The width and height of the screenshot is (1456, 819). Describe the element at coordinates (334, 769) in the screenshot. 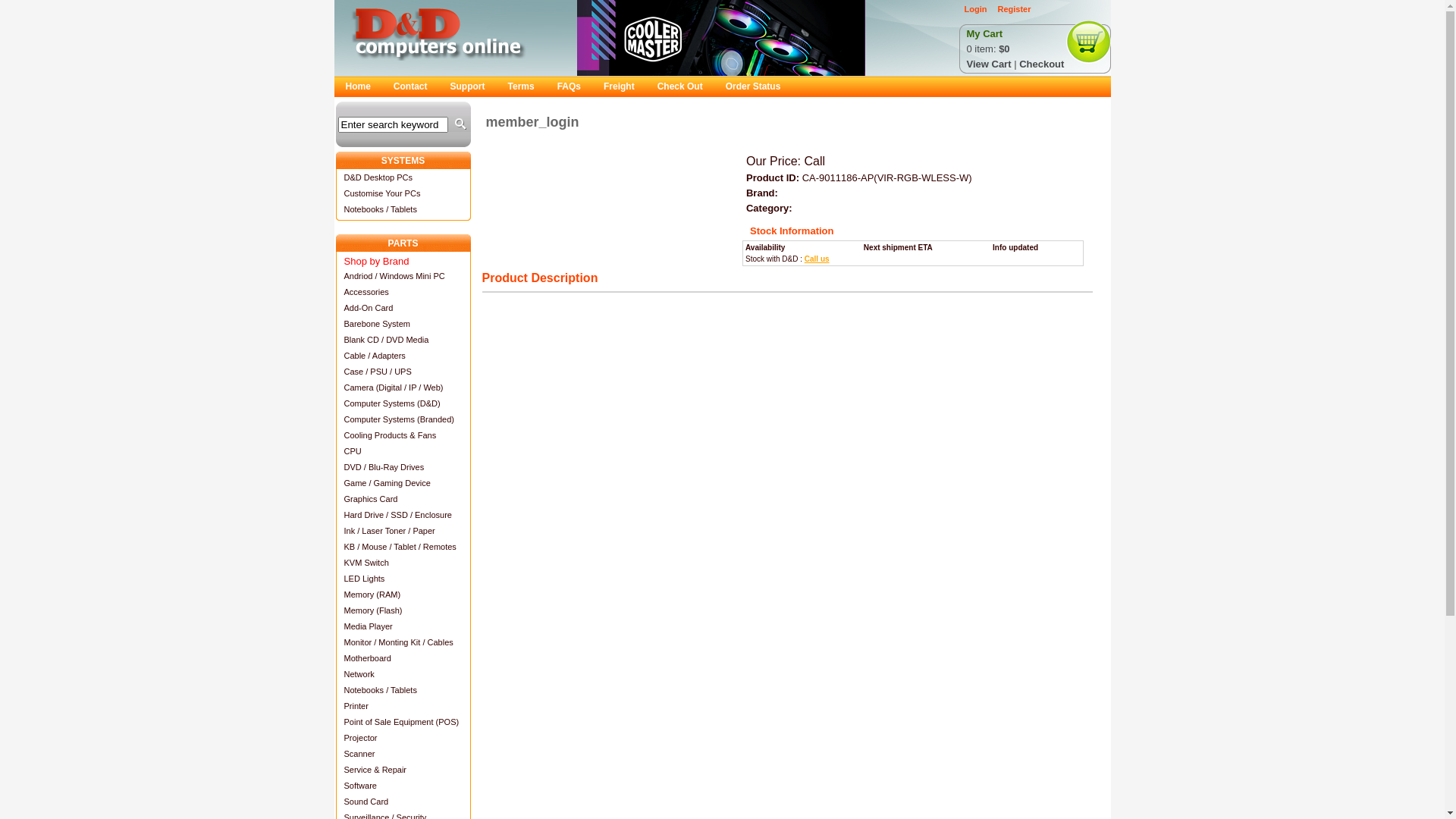

I see `'Service & Repair'` at that location.